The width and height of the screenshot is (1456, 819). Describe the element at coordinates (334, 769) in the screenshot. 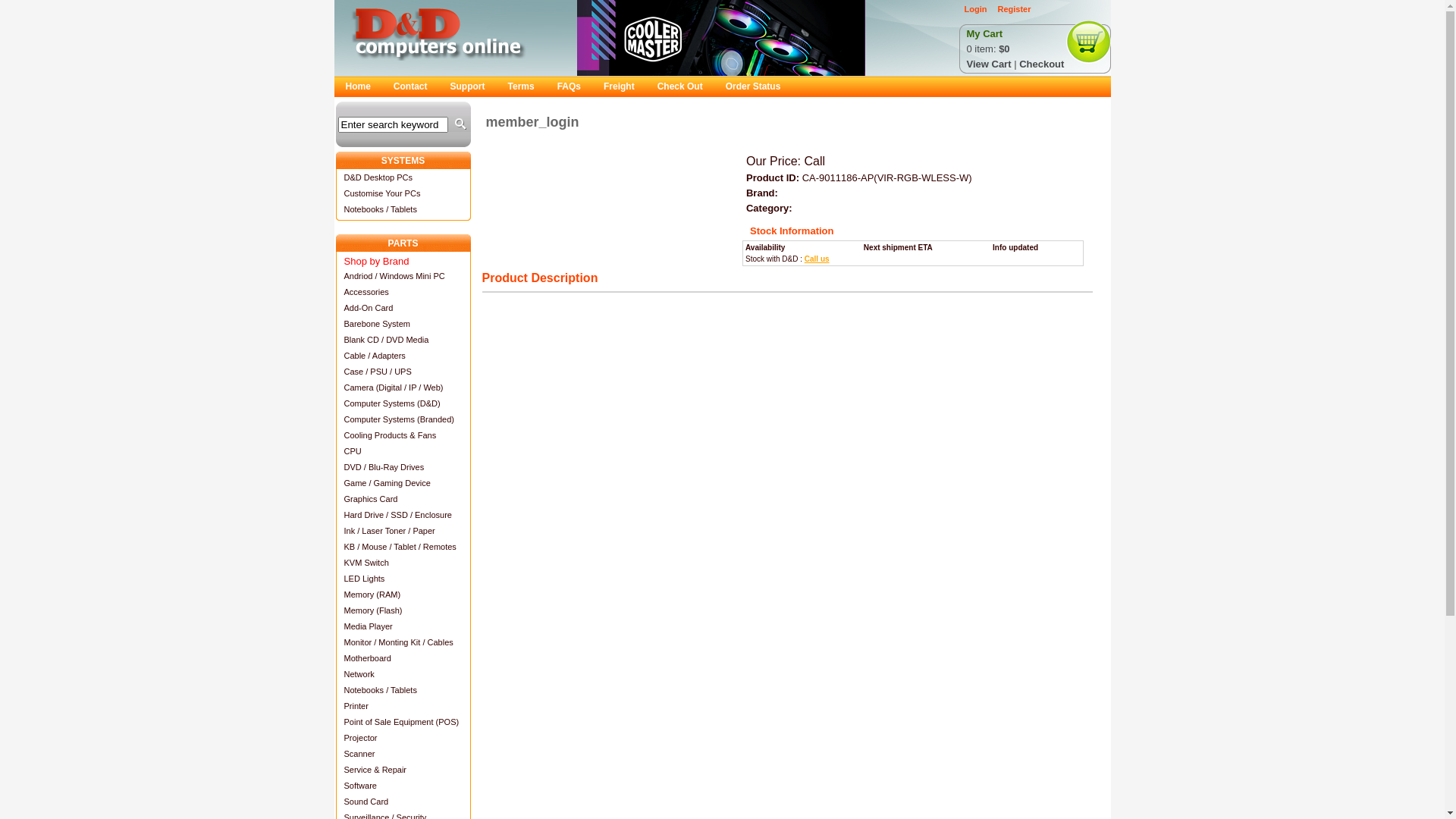

I see `'Service & Repair'` at that location.